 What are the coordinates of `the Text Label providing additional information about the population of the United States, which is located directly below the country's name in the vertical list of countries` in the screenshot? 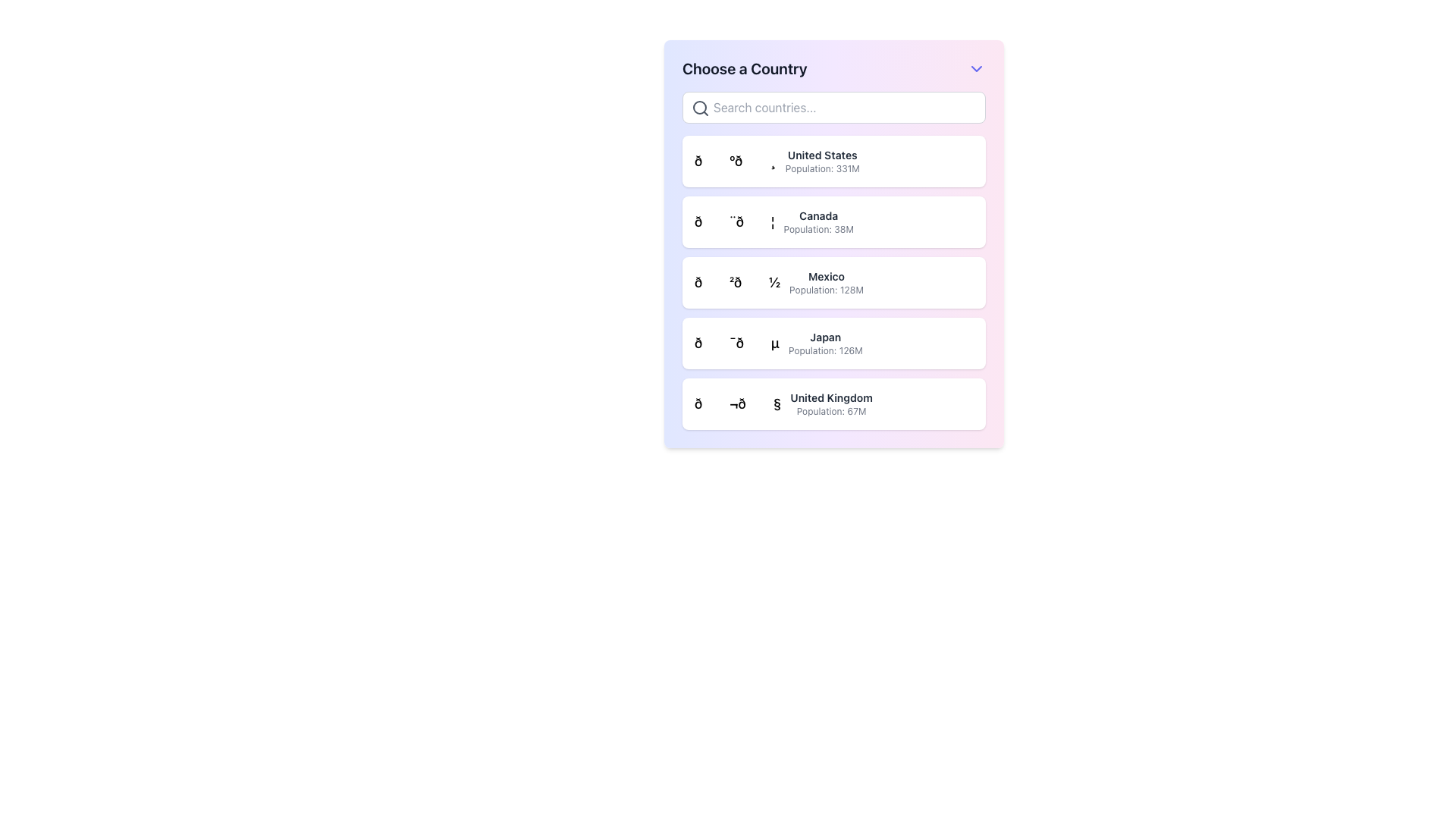 It's located at (821, 169).